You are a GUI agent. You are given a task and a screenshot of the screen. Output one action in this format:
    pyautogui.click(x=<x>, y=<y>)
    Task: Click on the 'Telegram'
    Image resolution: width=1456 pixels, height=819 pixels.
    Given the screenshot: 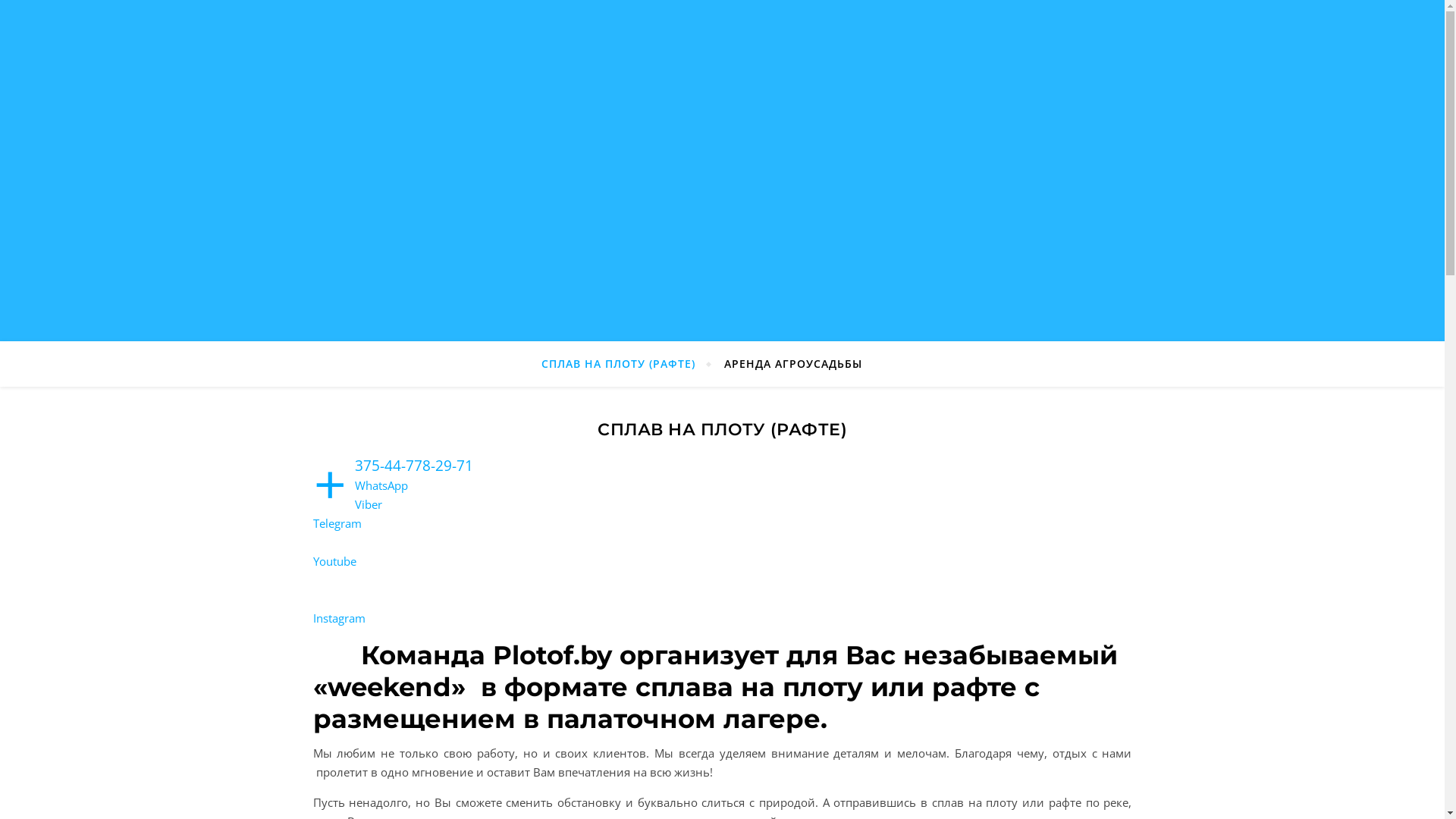 What is the action you would take?
    pyautogui.click(x=312, y=522)
    